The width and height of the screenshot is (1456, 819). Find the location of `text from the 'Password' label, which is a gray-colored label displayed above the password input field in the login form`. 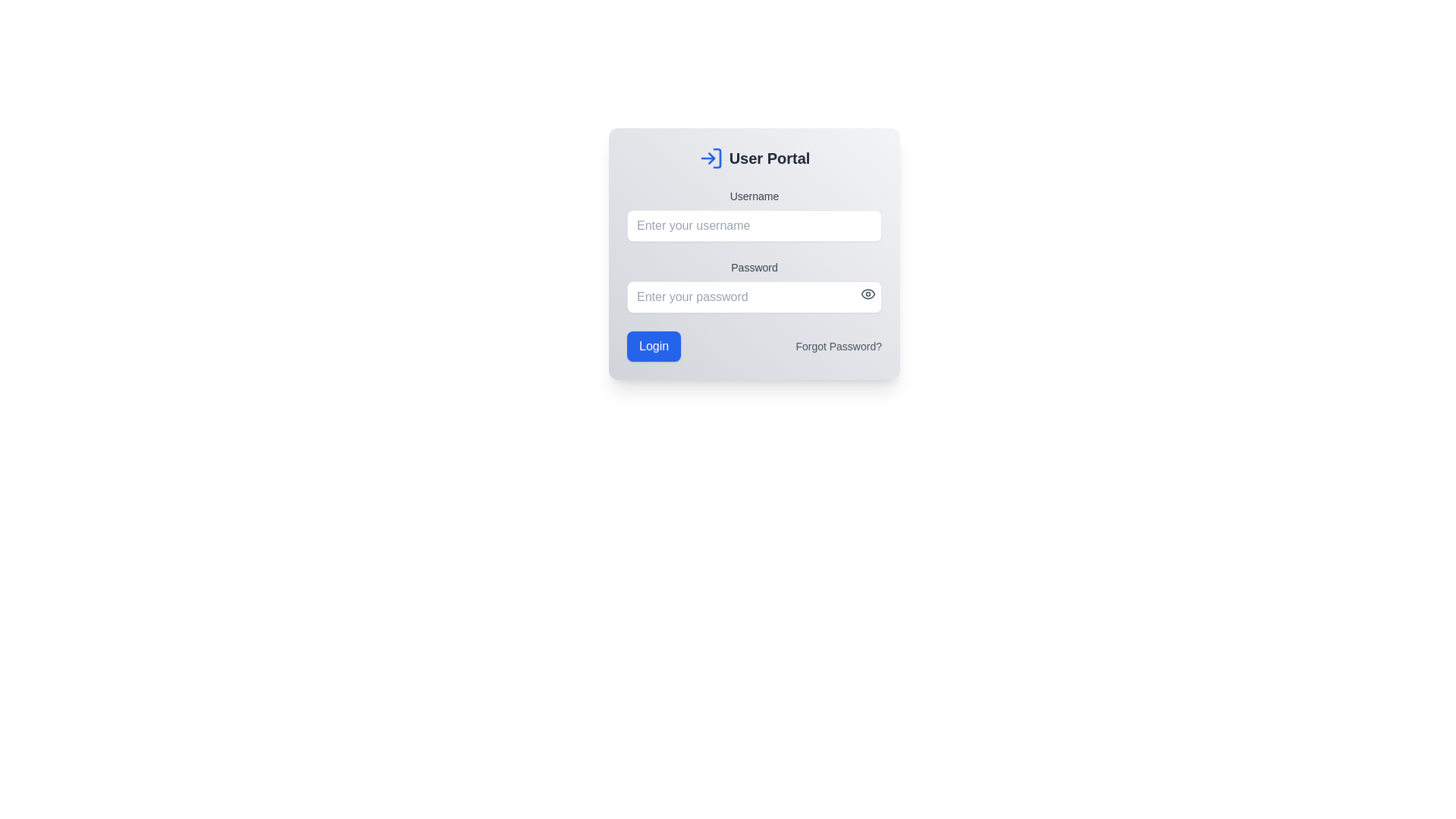

text from the 'Password' label, which is a gray-colored label displayed above the password input field in the login form is located at coordinates (754, 267).